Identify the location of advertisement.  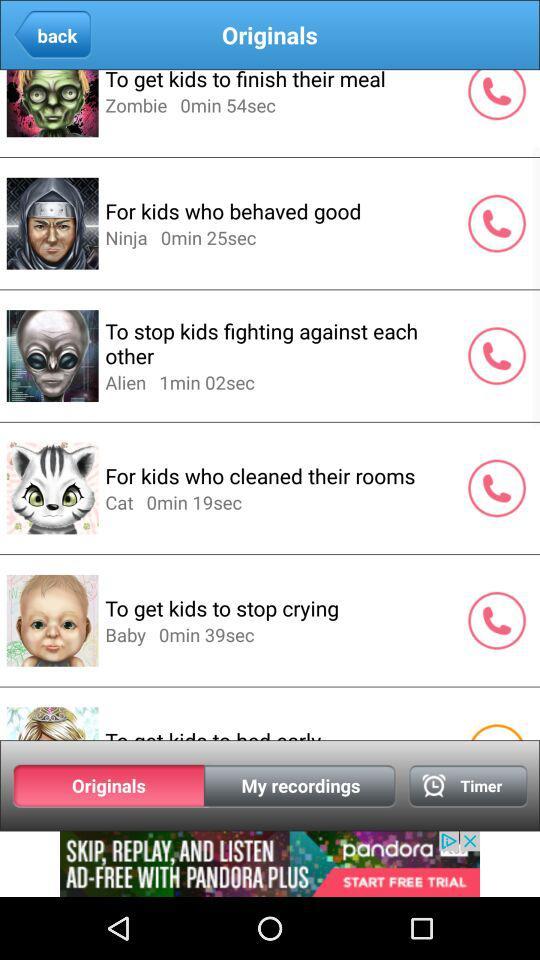
(270, 863).